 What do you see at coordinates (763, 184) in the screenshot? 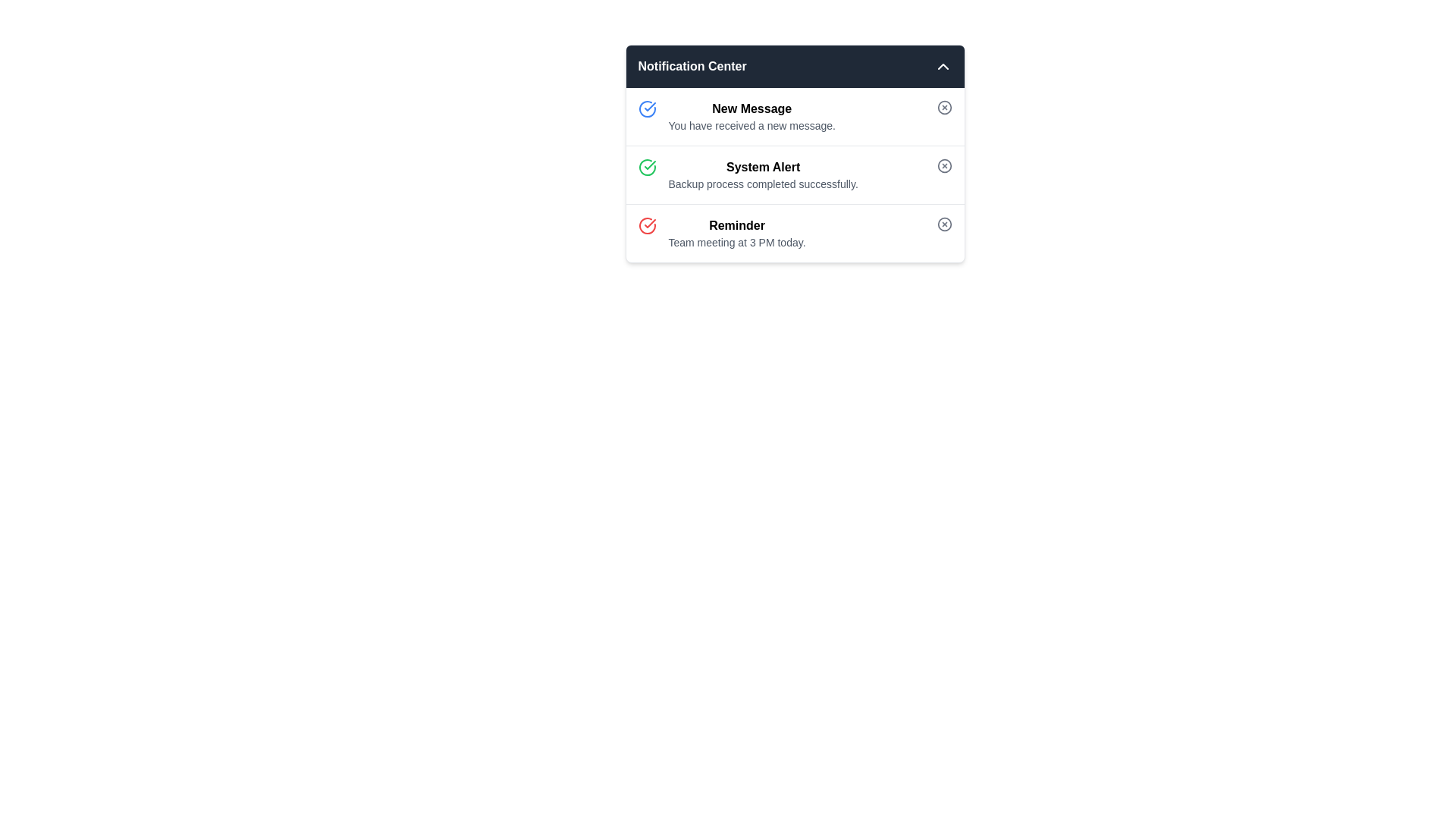
I see `the second text line under the 'System Alert' header in the Notification Center that indicates a successful backup process` at bounding box center [763, 184].